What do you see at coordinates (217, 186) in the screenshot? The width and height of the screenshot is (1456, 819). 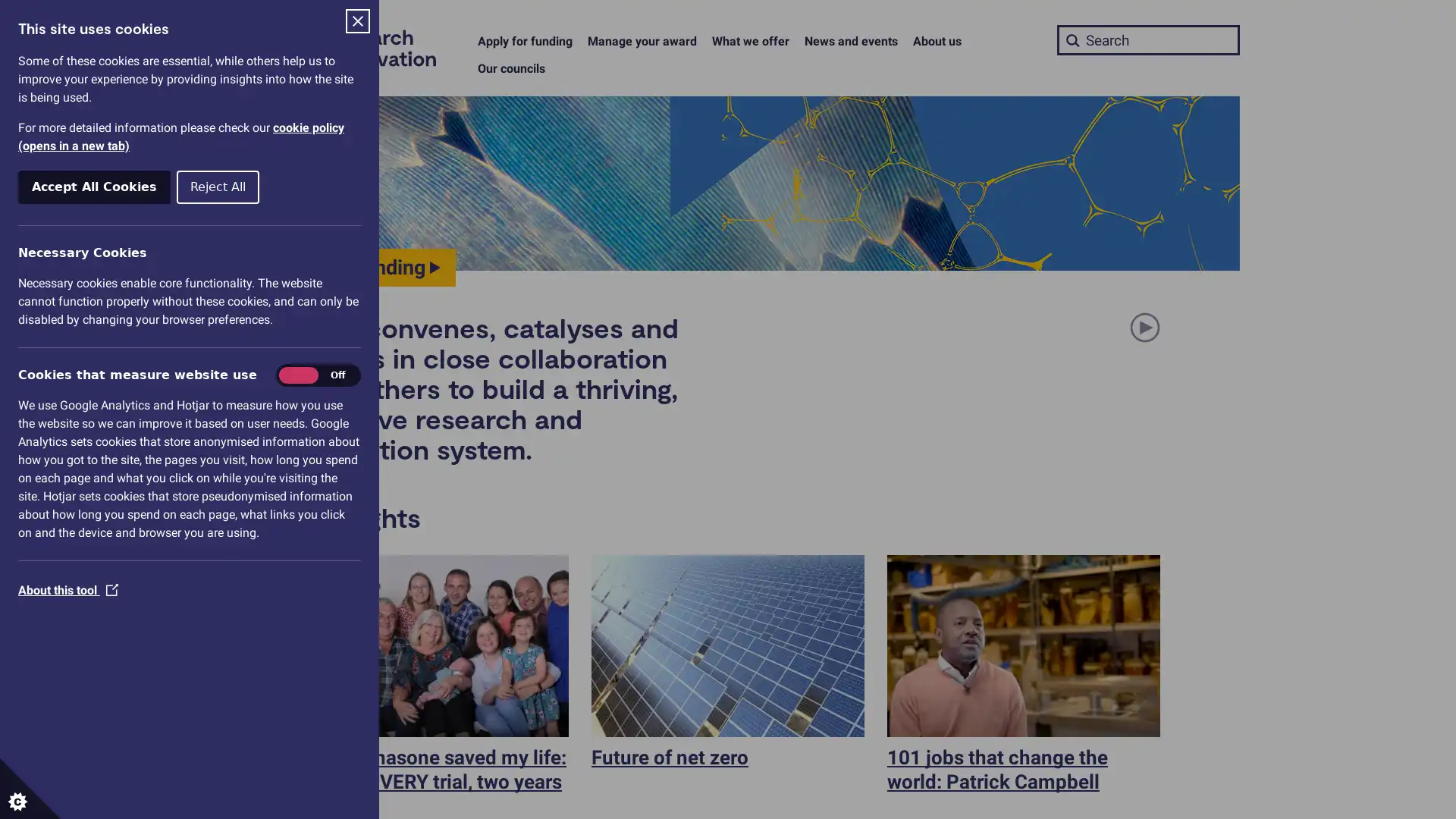 I see `Reject All` at bounding box center [217, 186].